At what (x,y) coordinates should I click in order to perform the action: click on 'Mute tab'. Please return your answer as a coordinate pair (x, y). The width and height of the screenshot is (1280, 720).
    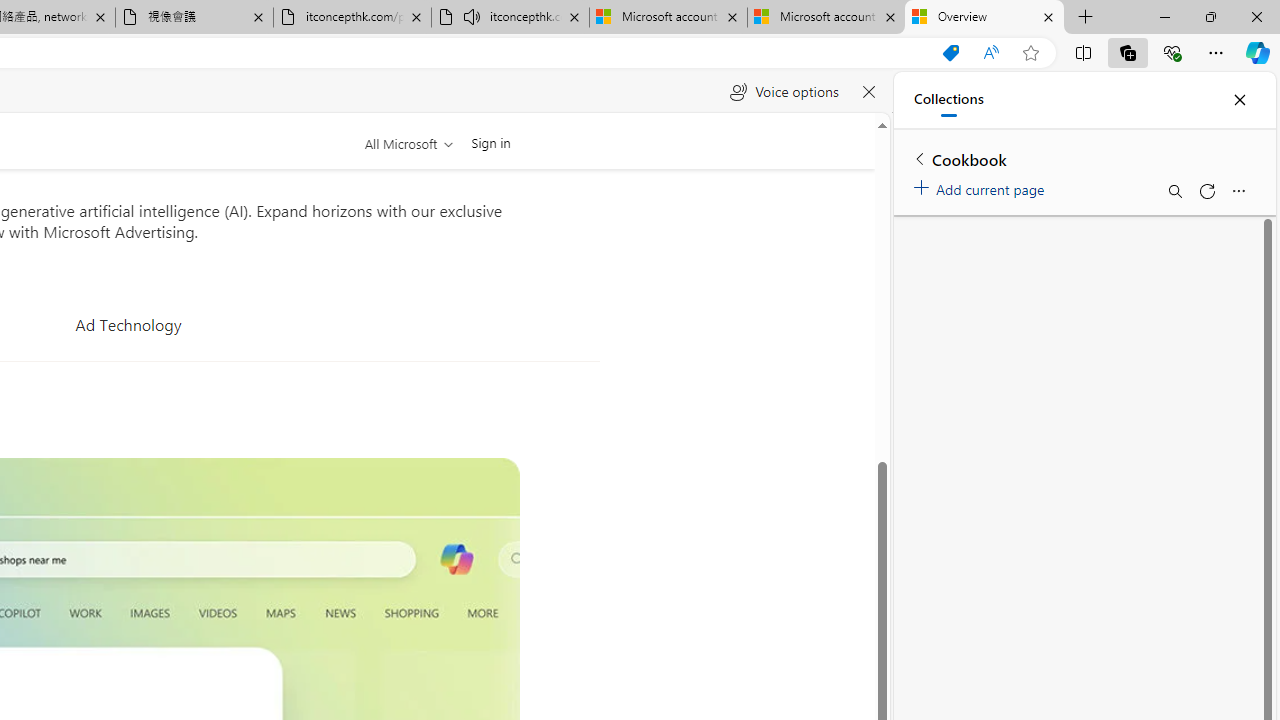
    Looking at the image, I should click on (470, 16).